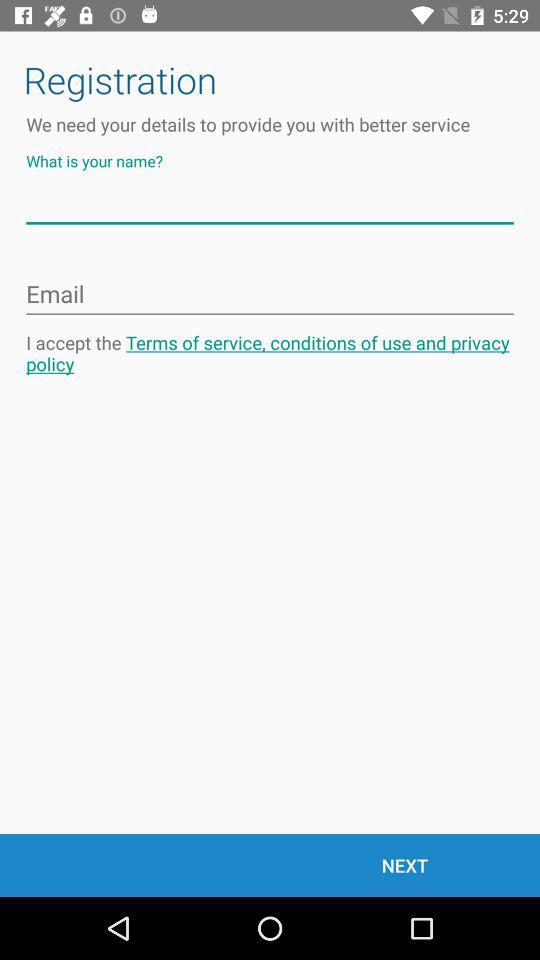 This screenshot has height=960, width=540. I want to click on registration my name, so click(270, 204).